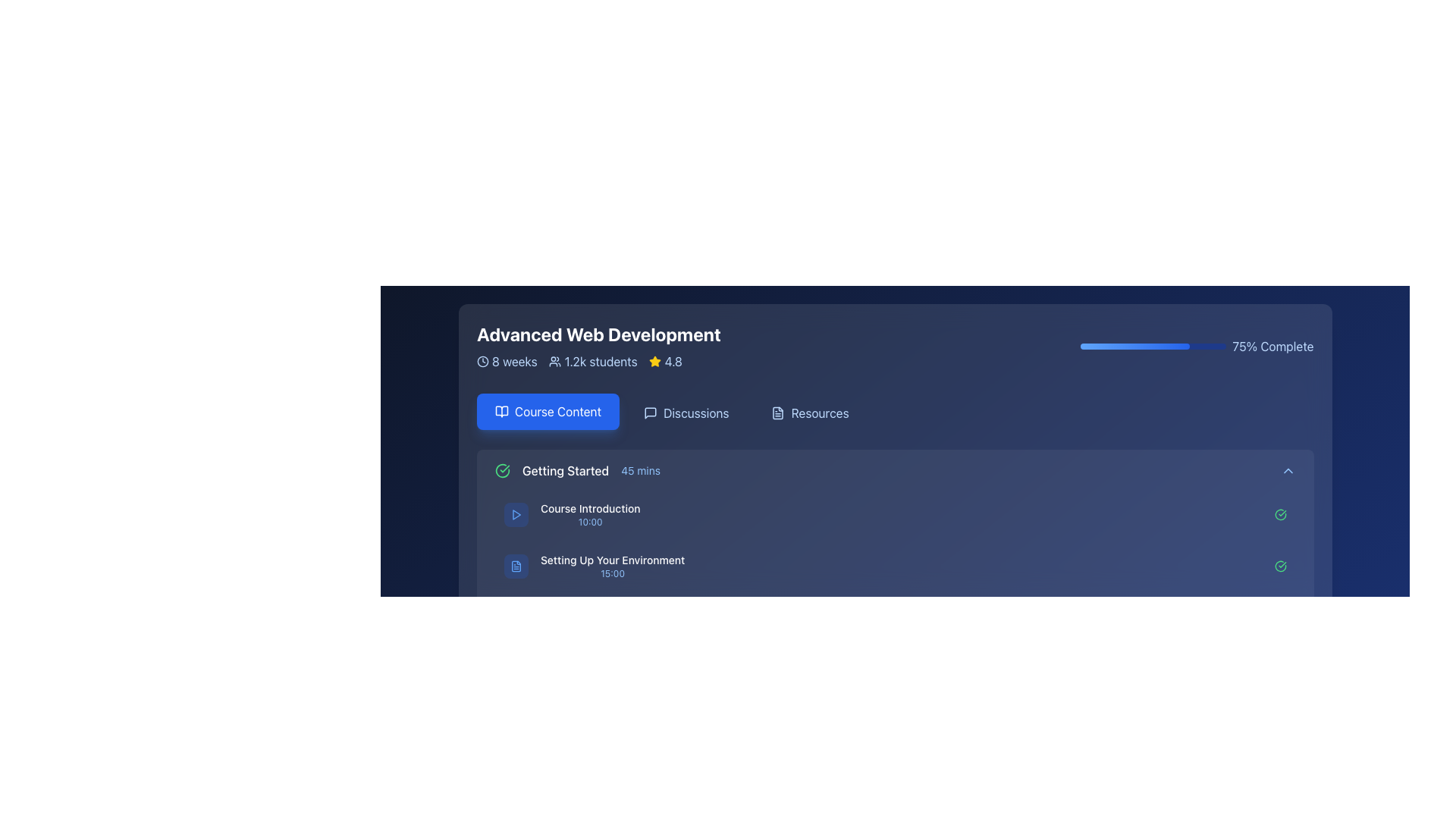 The height and width of the screenshot is (819, 1456). I want to click on the 'Discussions' navigation button, so click(685, 413).